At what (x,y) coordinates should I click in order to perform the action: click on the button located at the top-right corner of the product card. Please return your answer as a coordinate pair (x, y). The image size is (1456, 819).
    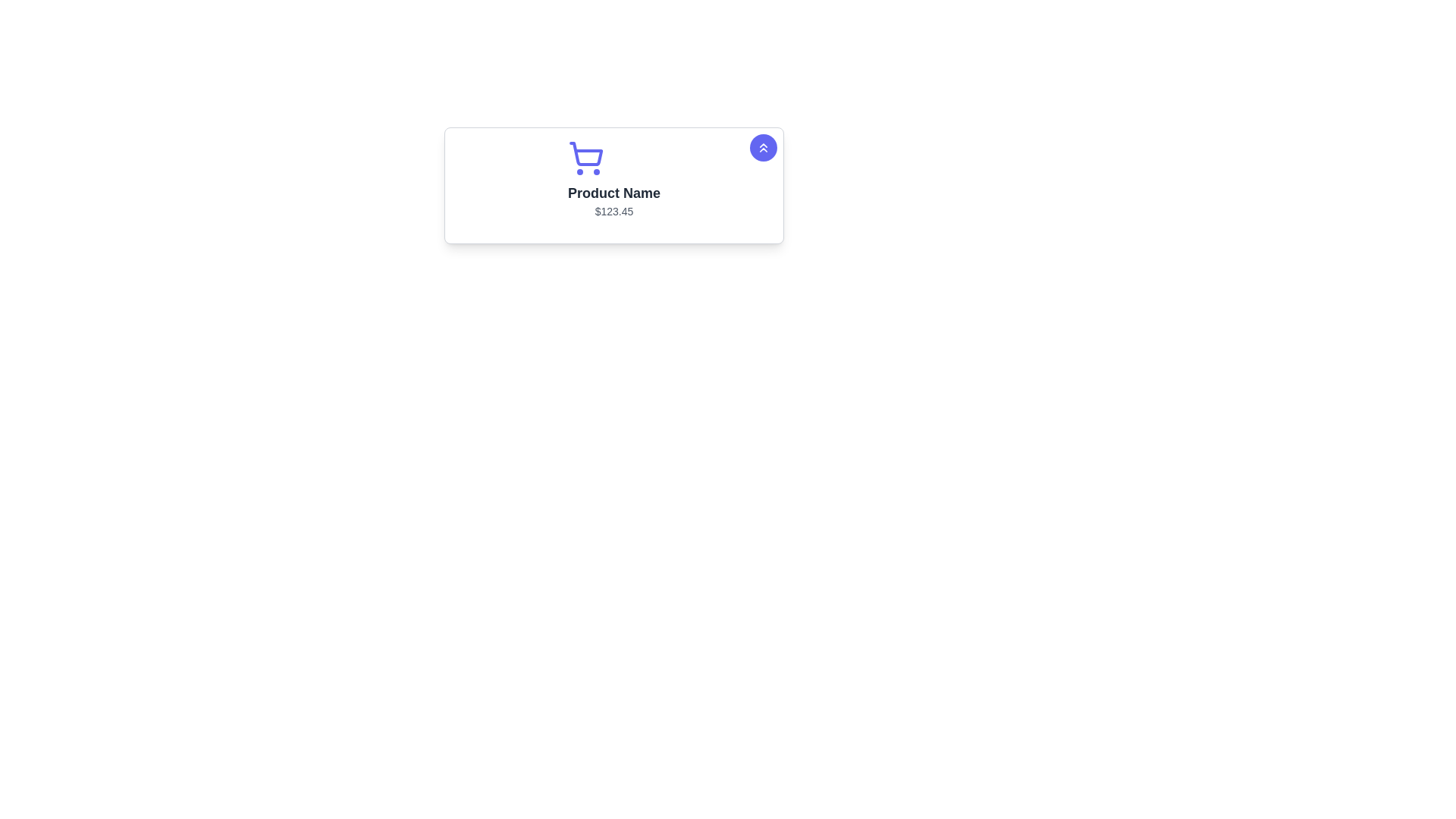
    Looking at the image, I should click on (764, 148).